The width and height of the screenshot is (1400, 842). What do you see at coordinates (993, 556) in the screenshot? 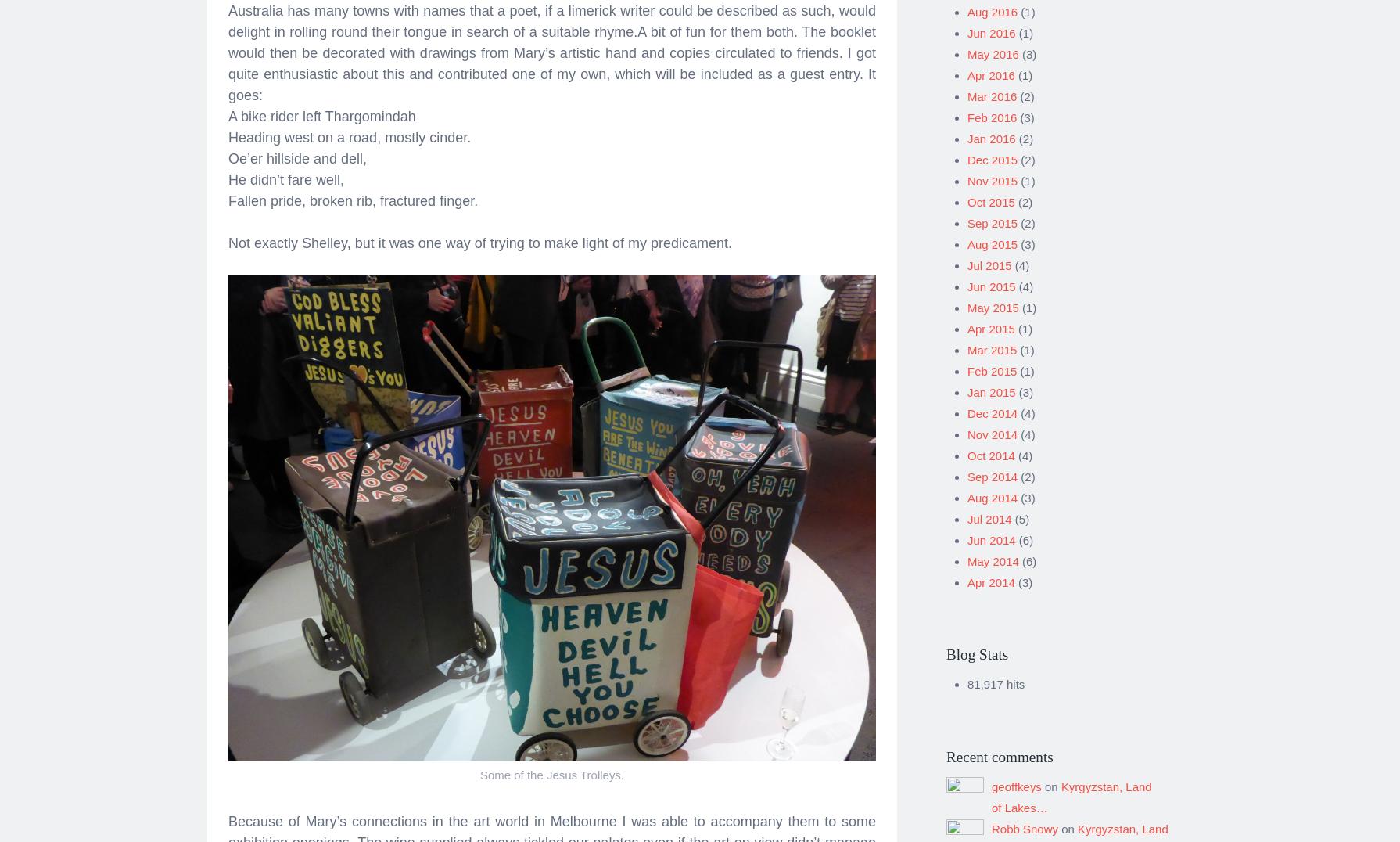
I see `'May 2014'` at bounding box center [993, 556].